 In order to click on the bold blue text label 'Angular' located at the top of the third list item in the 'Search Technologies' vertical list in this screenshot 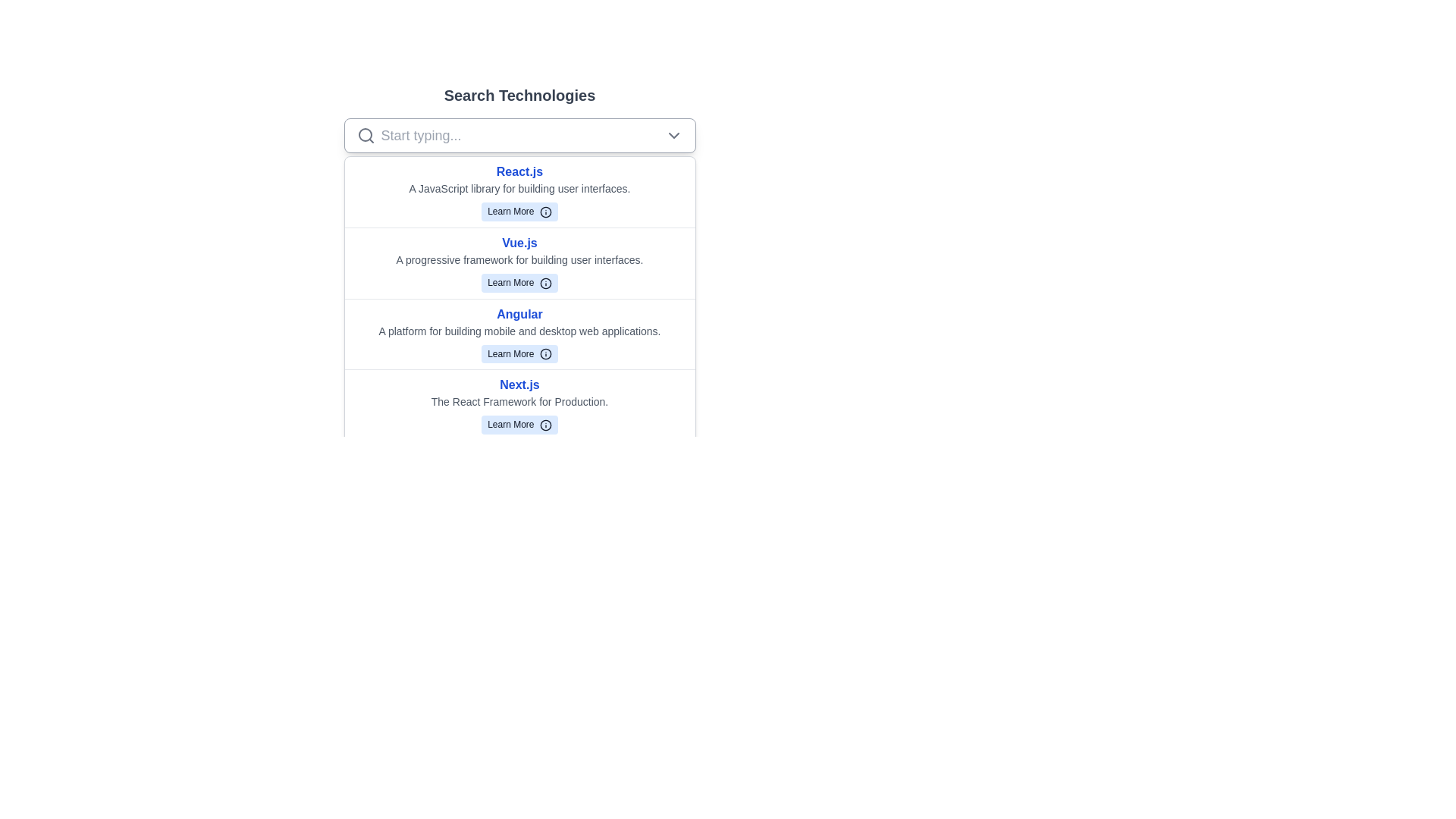, I will do `click(519, 313)`.